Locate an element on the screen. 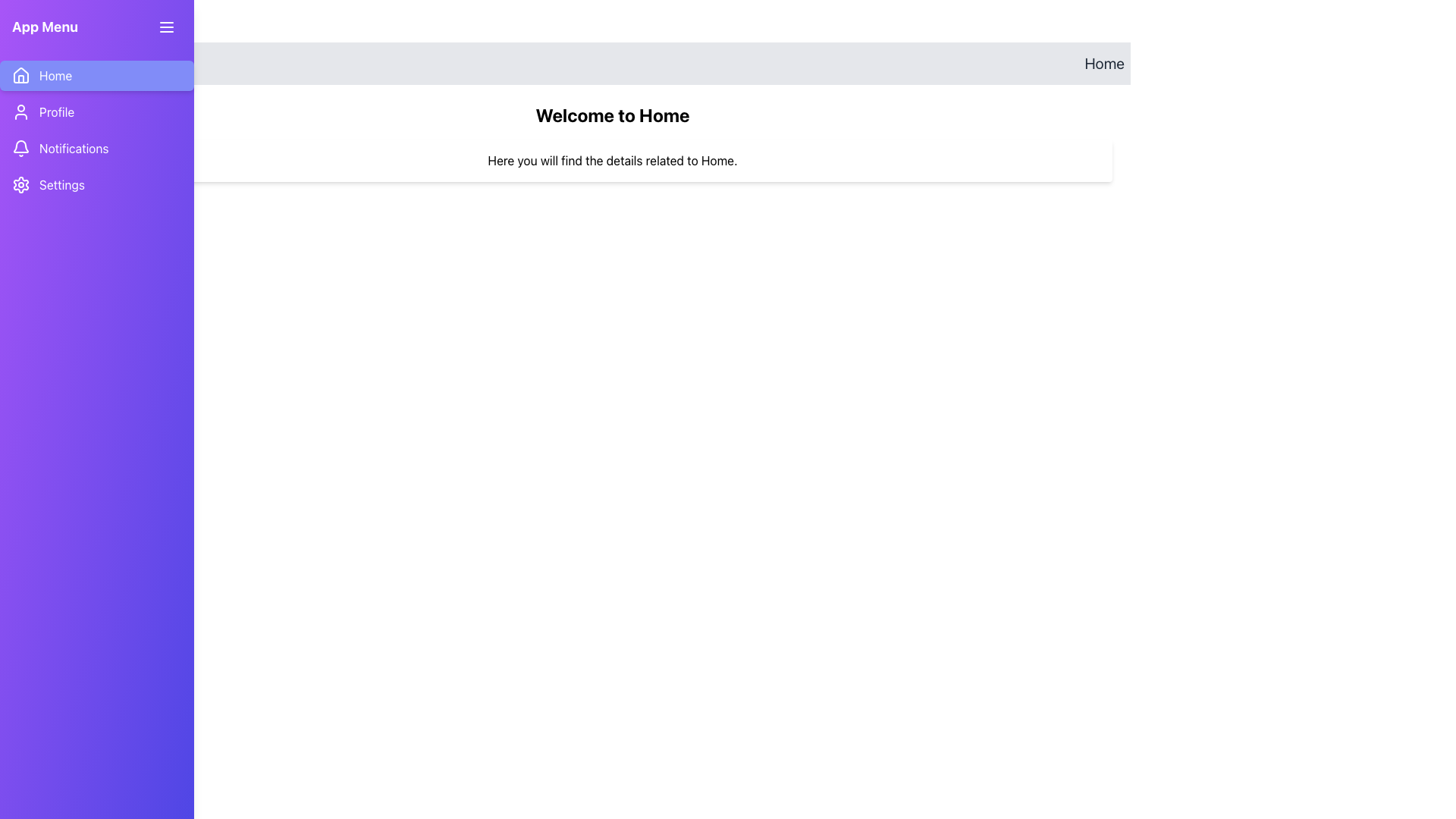  the informational text block located below the 'Welcome to Home' title, which provides details about the 'Home' section is located at coordinates (612, 161).